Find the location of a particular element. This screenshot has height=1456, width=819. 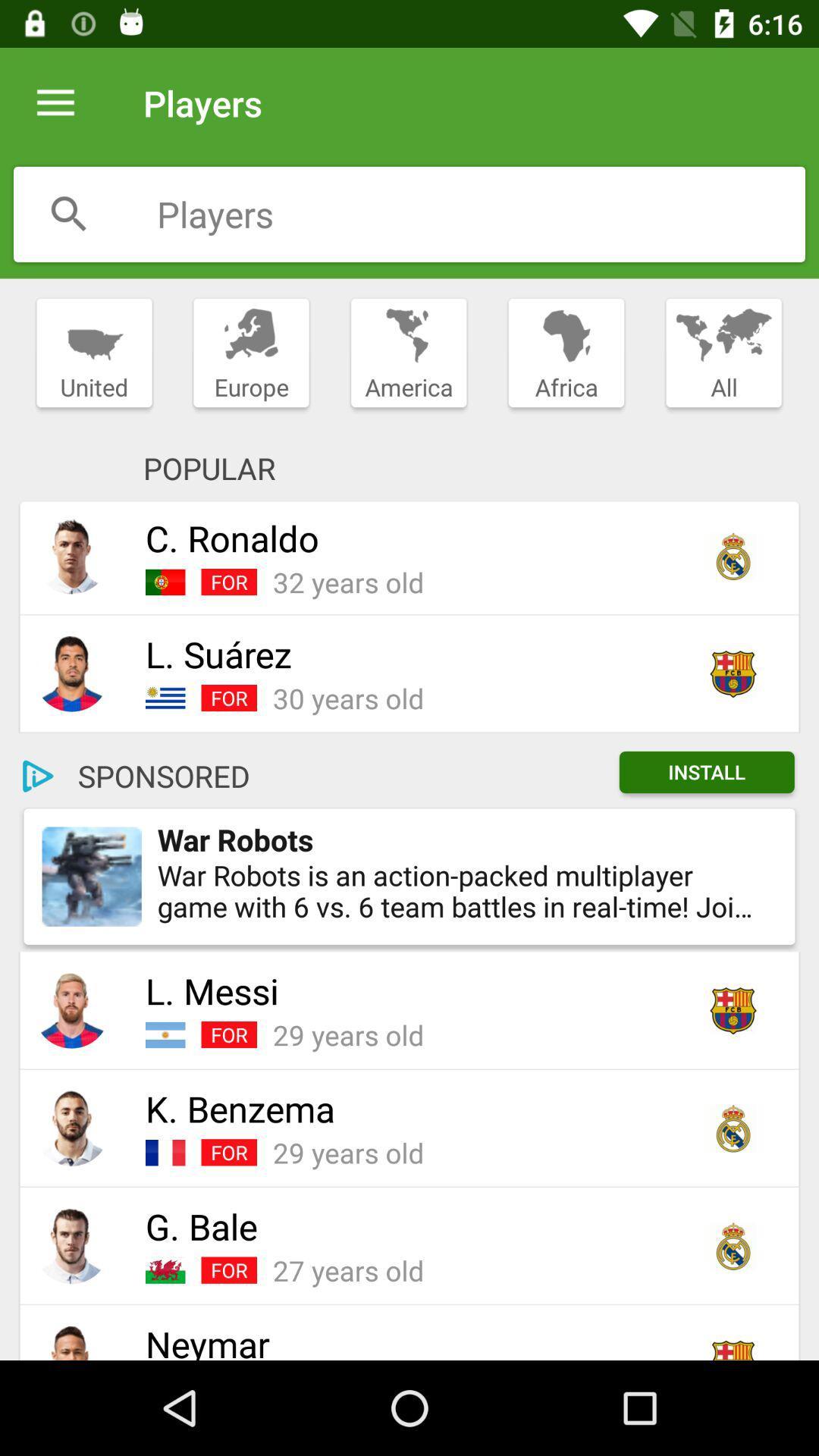

search the any one is located at coordinates (69, 213).